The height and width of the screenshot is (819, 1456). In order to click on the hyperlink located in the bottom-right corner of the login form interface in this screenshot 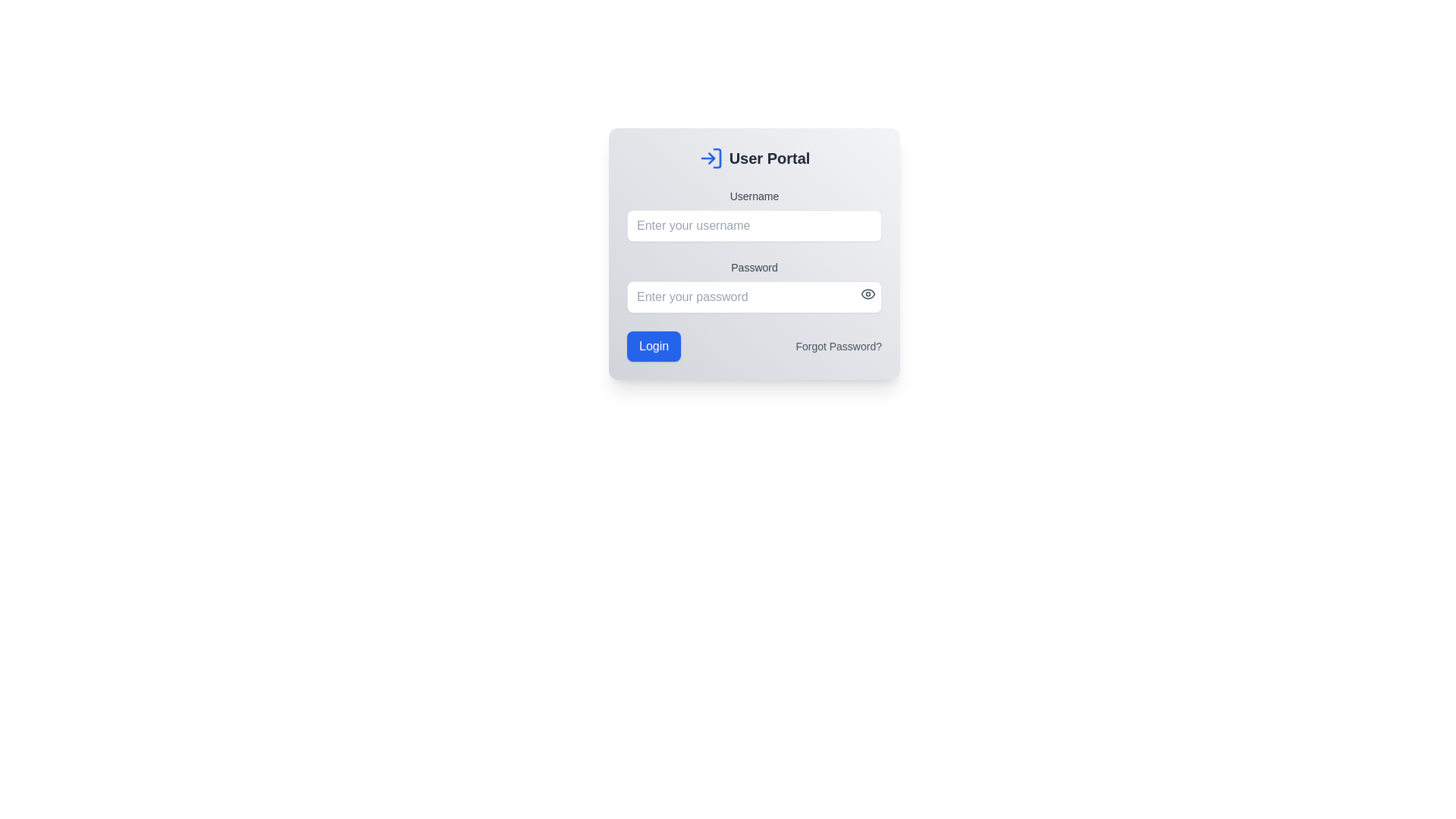, I will do `click(838, 346)`.